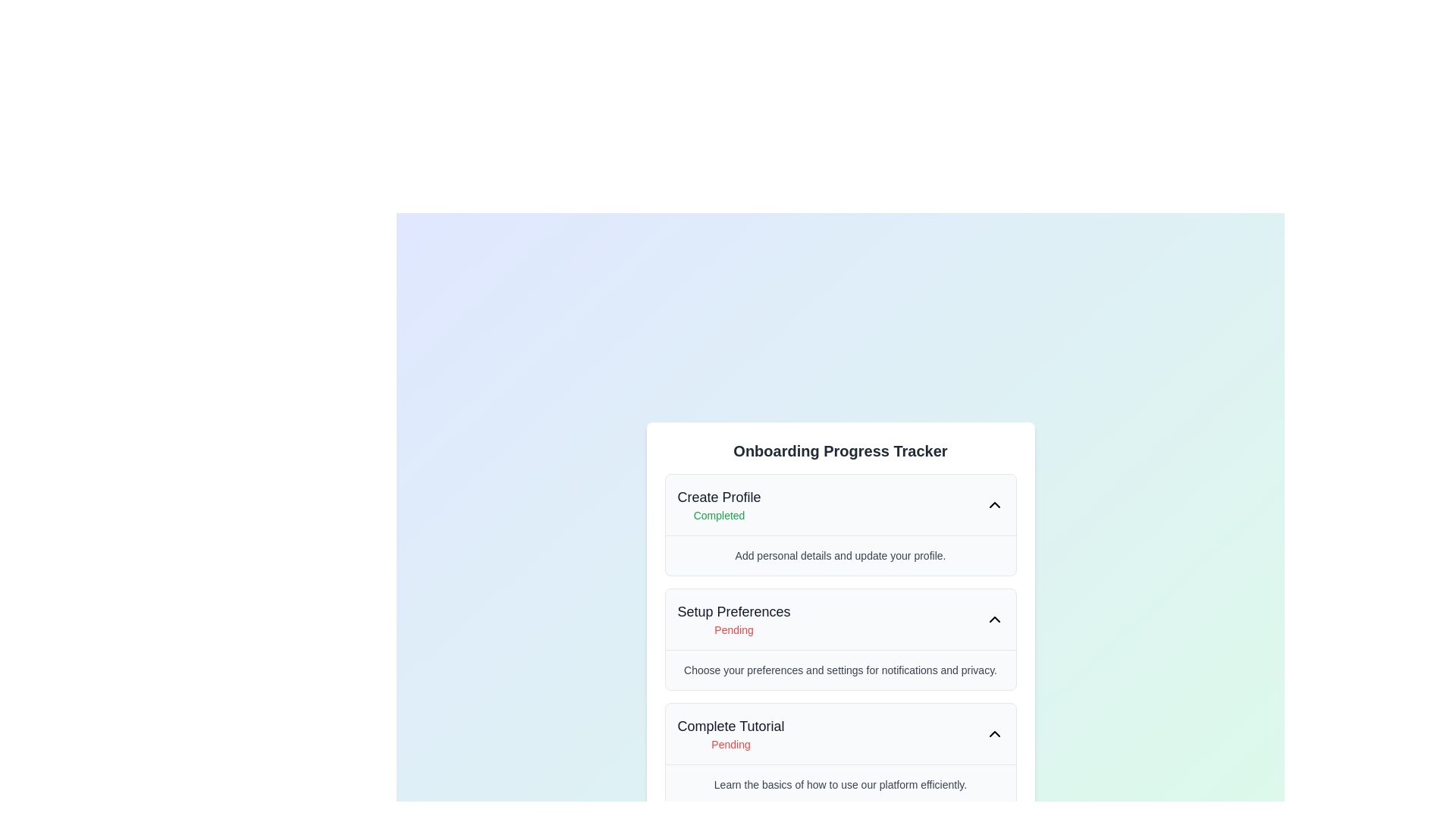  Describe the element at coordinates (839, 639) in the screenshot. I see `the status area of the 'Setup Preferences' Task Card located within the 'Onboarding Progress Tracker', which is the second task item in the vertical sequence` at that location.